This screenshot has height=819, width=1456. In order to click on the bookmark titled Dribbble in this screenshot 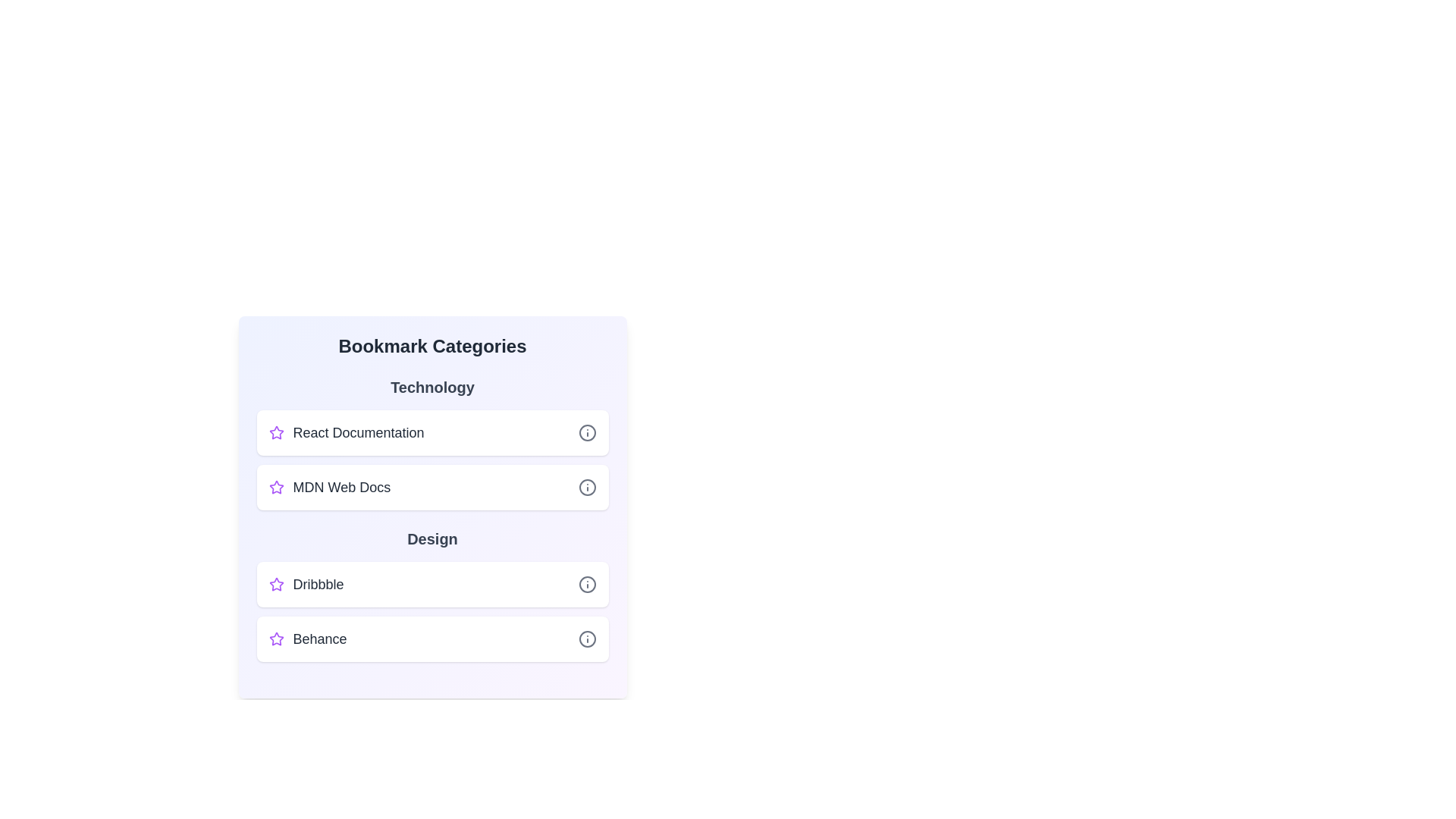, I will do `click(431, 584)`.